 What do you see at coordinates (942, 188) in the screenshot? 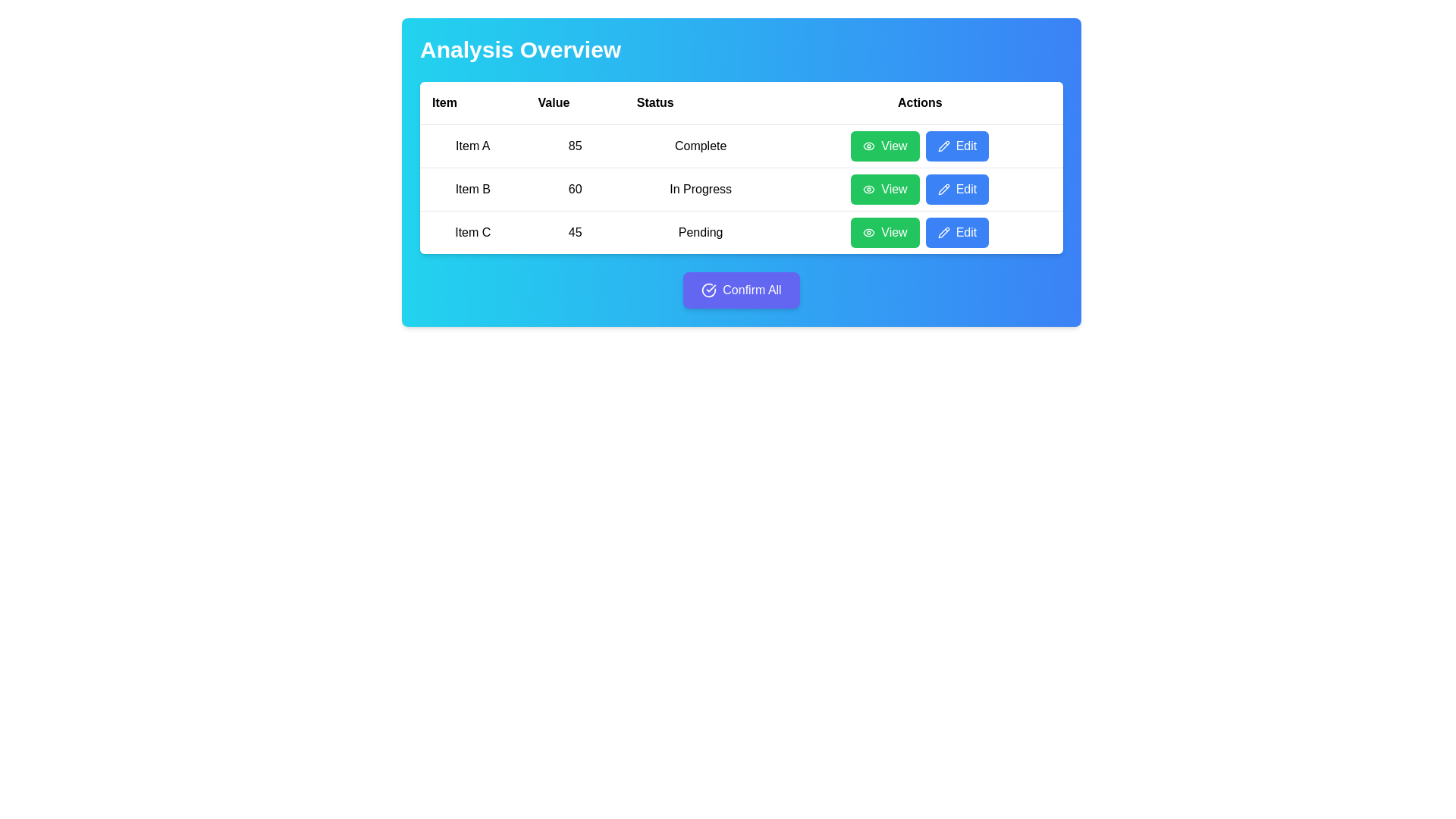
I see `the pencil icon in the 'Actions' column of the second row in the 'Analysis Overview' table to initiate the edit functionality for 'Item B' with a status of 'In Progress.'` at bounding box center [942, 188].